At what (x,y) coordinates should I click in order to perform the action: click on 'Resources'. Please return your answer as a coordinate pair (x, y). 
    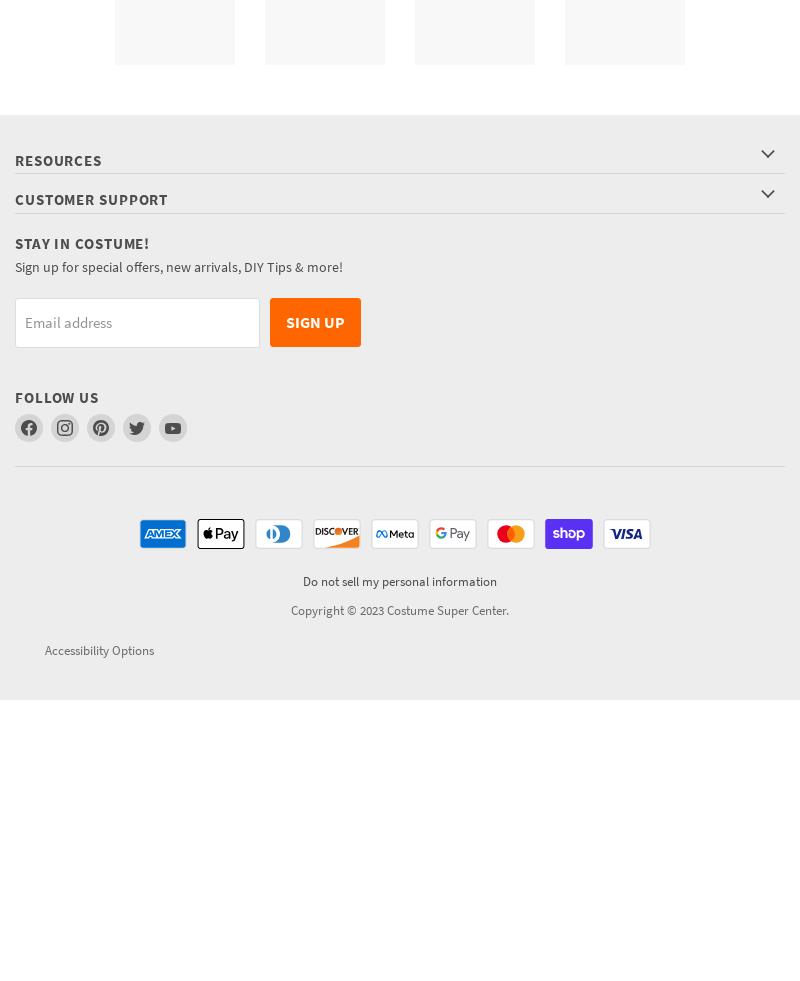
    Looking at the image, I should click on (57, 159).